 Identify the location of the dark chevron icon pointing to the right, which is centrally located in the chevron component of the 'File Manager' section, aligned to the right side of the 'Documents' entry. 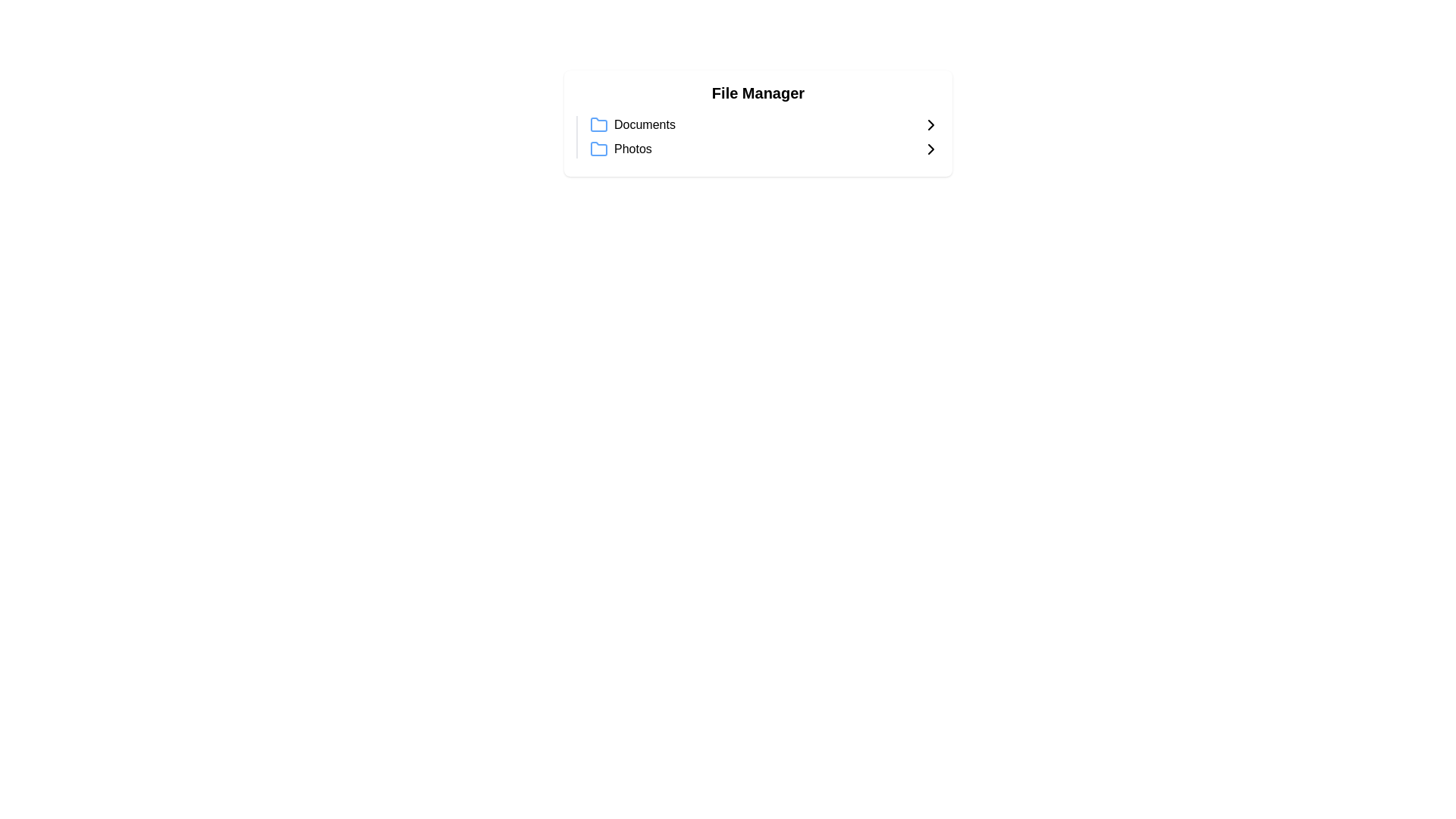
(930, 124).